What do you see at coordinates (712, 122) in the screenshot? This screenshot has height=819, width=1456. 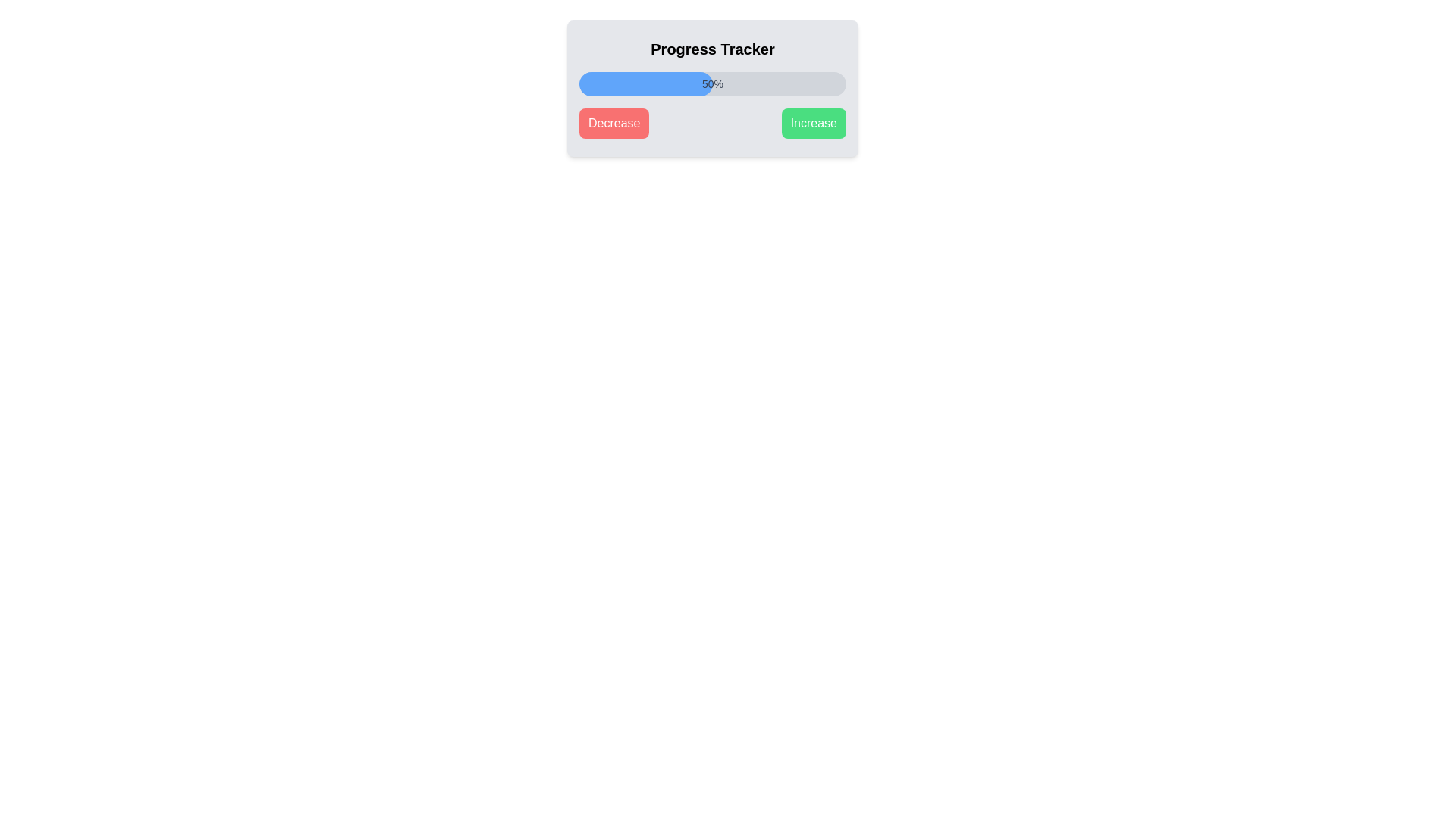 I see `the 'Decrease' button located in the Group containing interactive buttons at the bottom section of the 'Progress Tracker' component to lower the value` at bounding box center [712, 122].